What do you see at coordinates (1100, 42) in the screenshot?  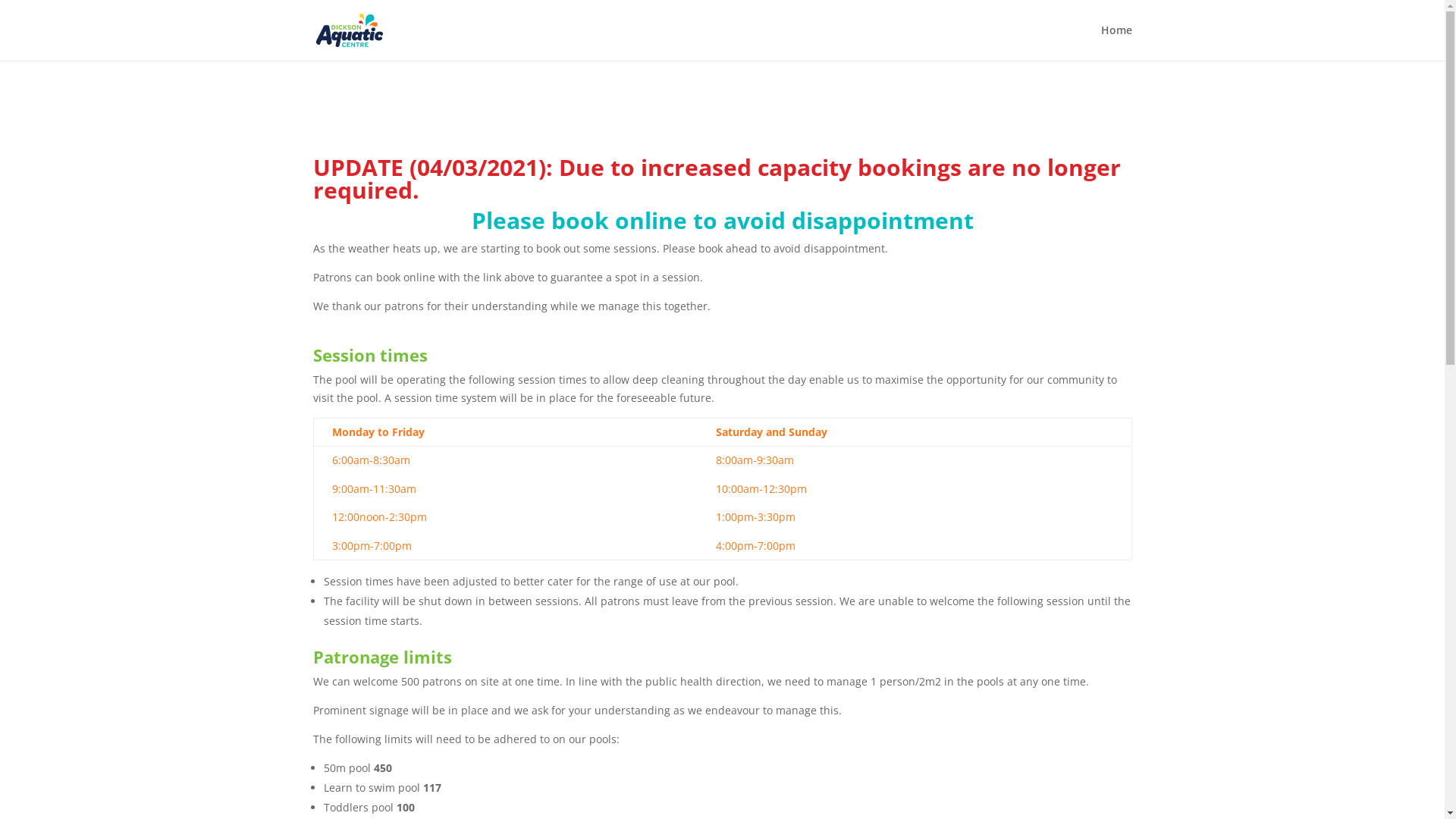 I see `'Home'` at bounding box center [1100, 42].